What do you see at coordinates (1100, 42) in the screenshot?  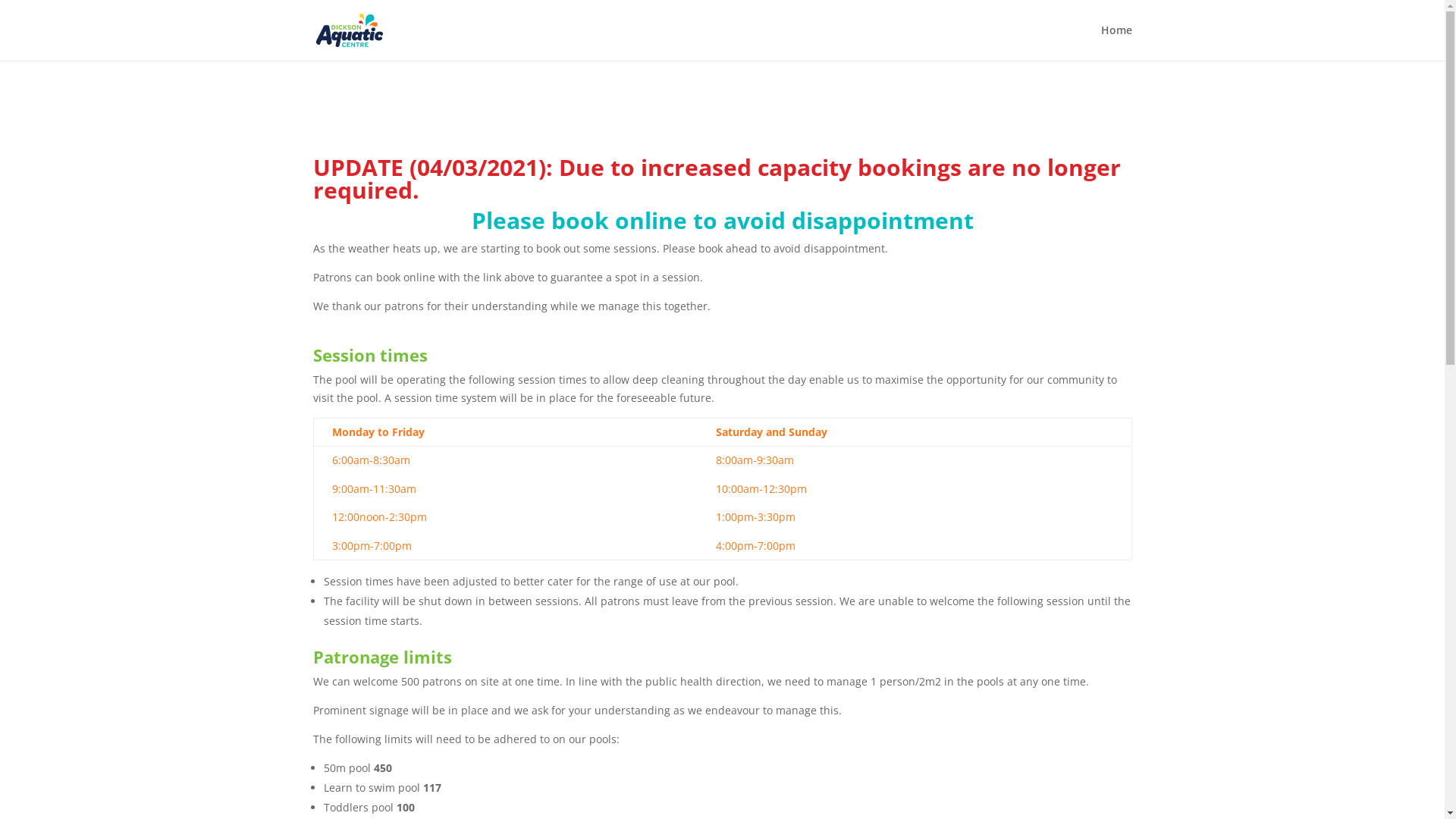 I see `'Home'` at bounding box center [1100, 42].